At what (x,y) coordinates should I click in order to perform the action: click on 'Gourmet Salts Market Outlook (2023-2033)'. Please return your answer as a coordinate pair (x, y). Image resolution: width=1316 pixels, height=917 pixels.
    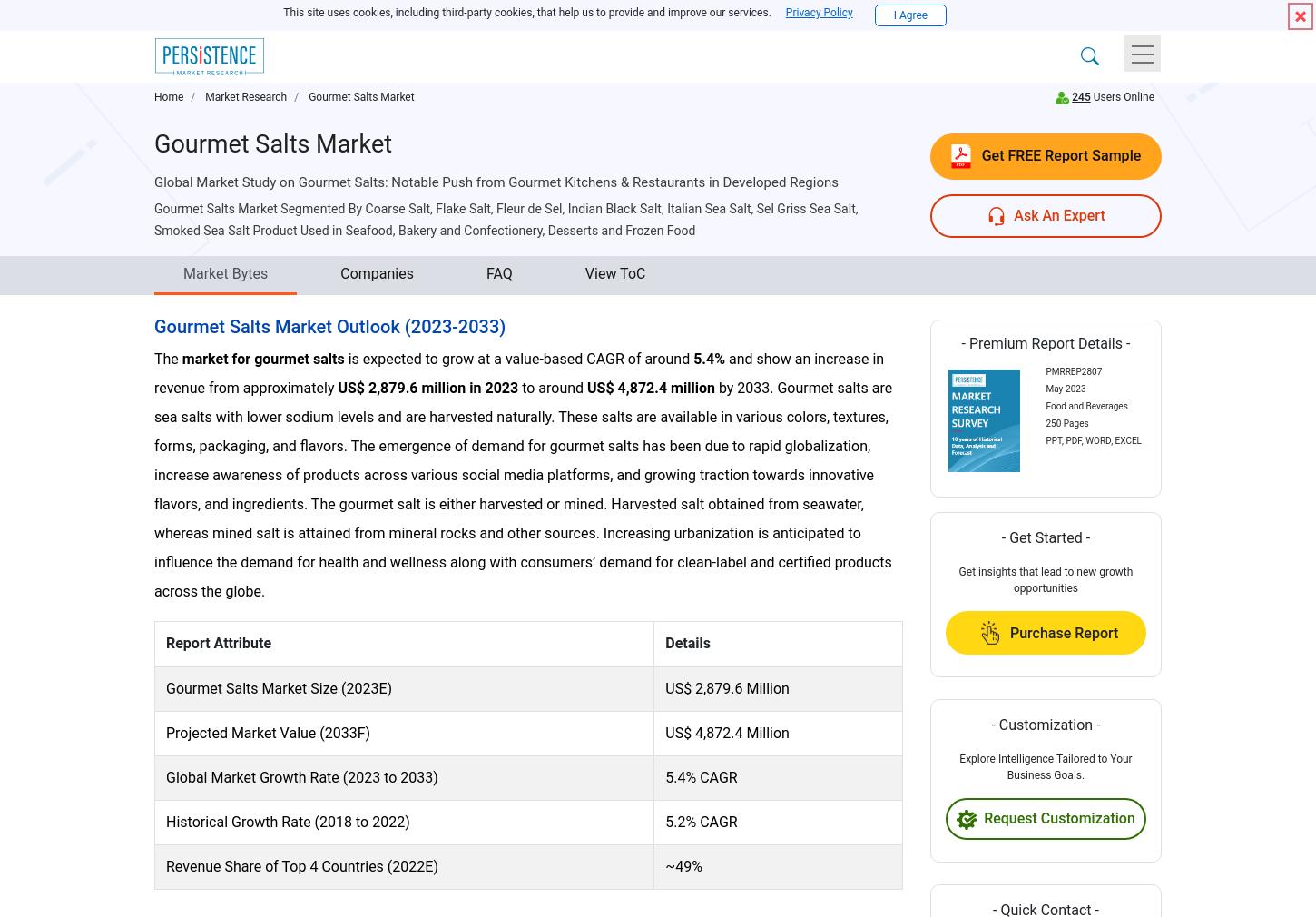
    Looking at the image, I should click on (152, 325).